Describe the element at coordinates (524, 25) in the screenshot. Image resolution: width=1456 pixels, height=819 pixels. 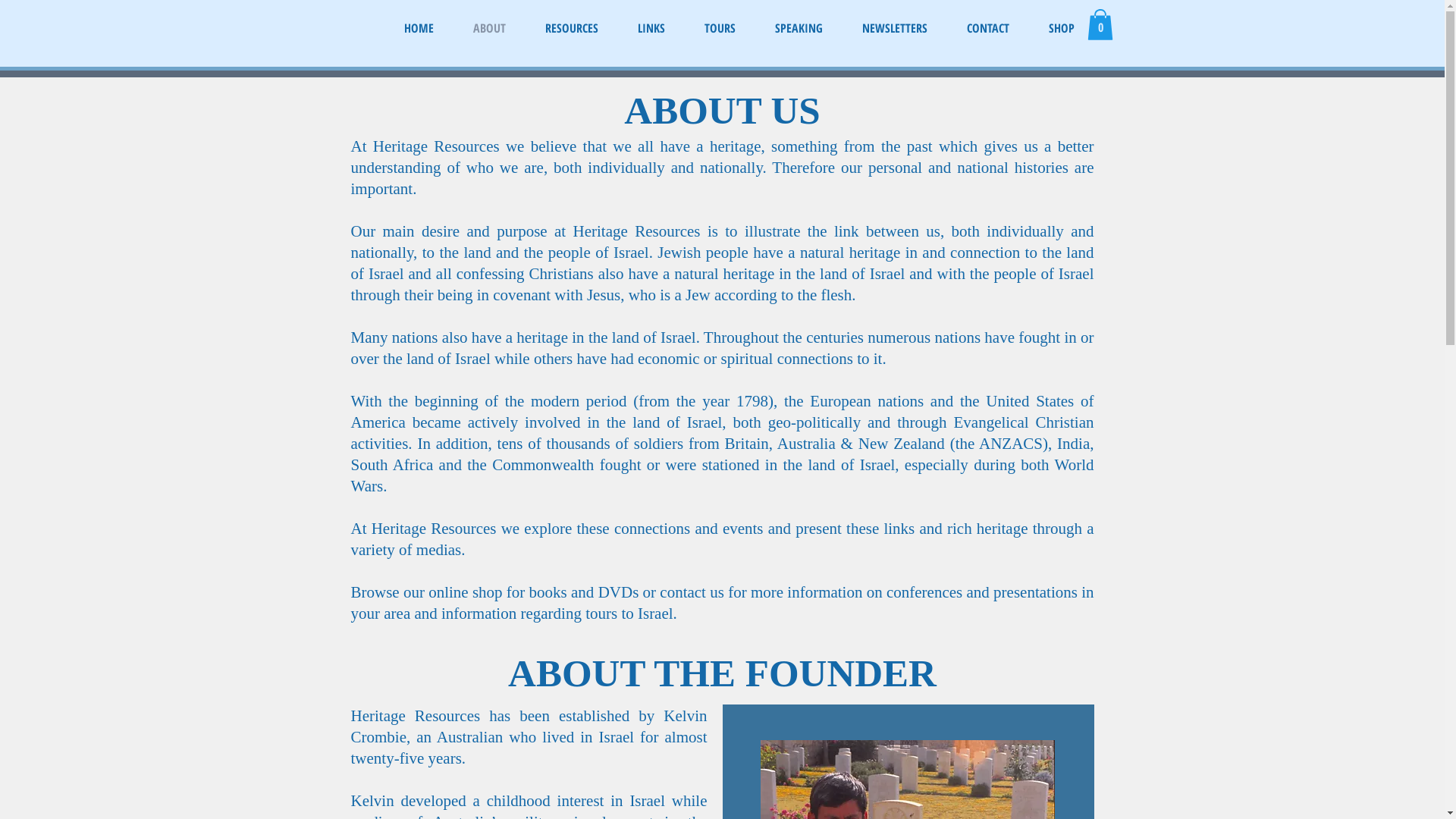
I see `'RESOURCES'` at that location.